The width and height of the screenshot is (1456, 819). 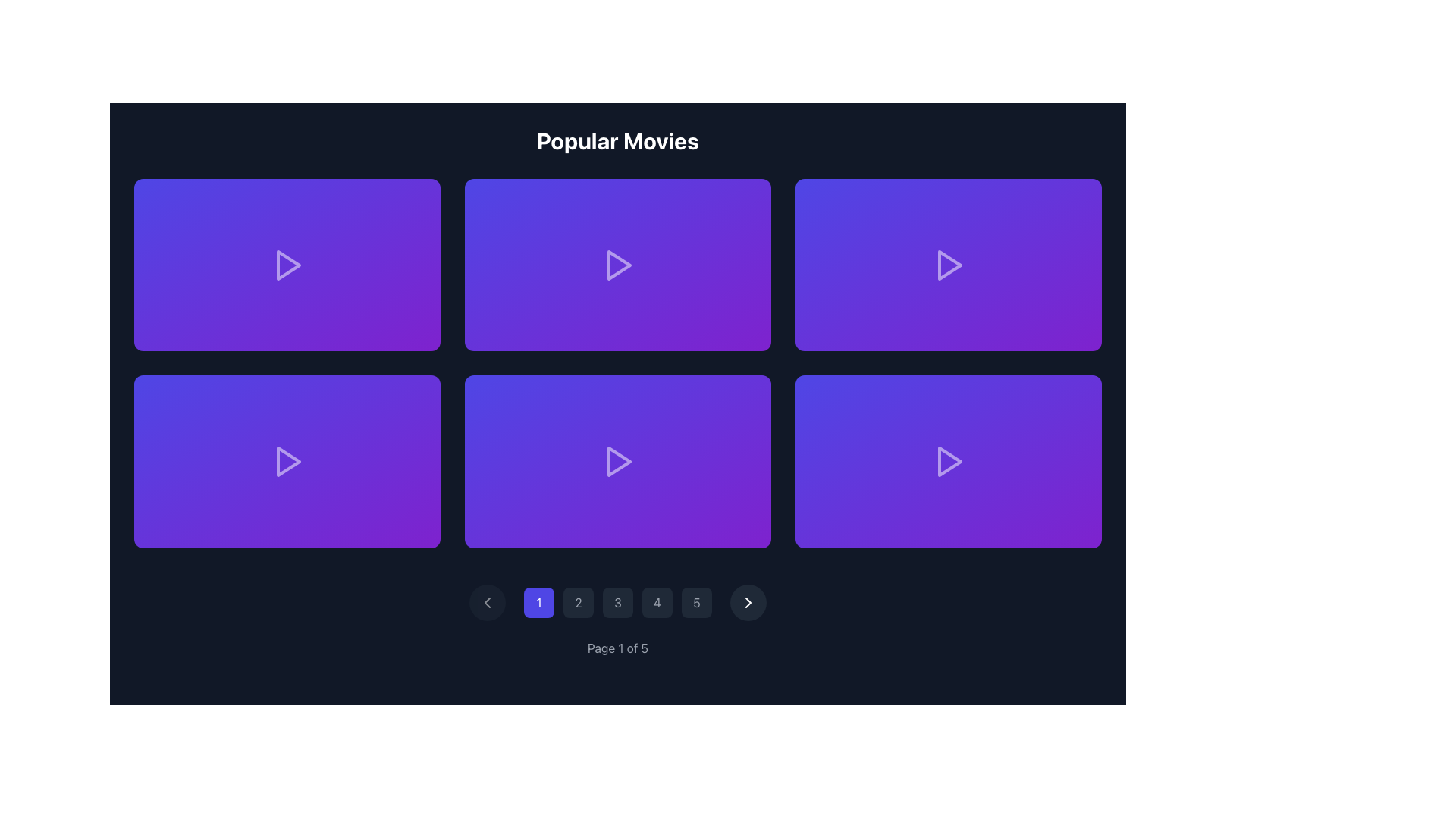 What do you see at coordinates (657, 601) in the screenshot?
I see `the fourth button in a horizontally aligned group of five buttons, which is labeled '4'` at bounding box center [657, 601].